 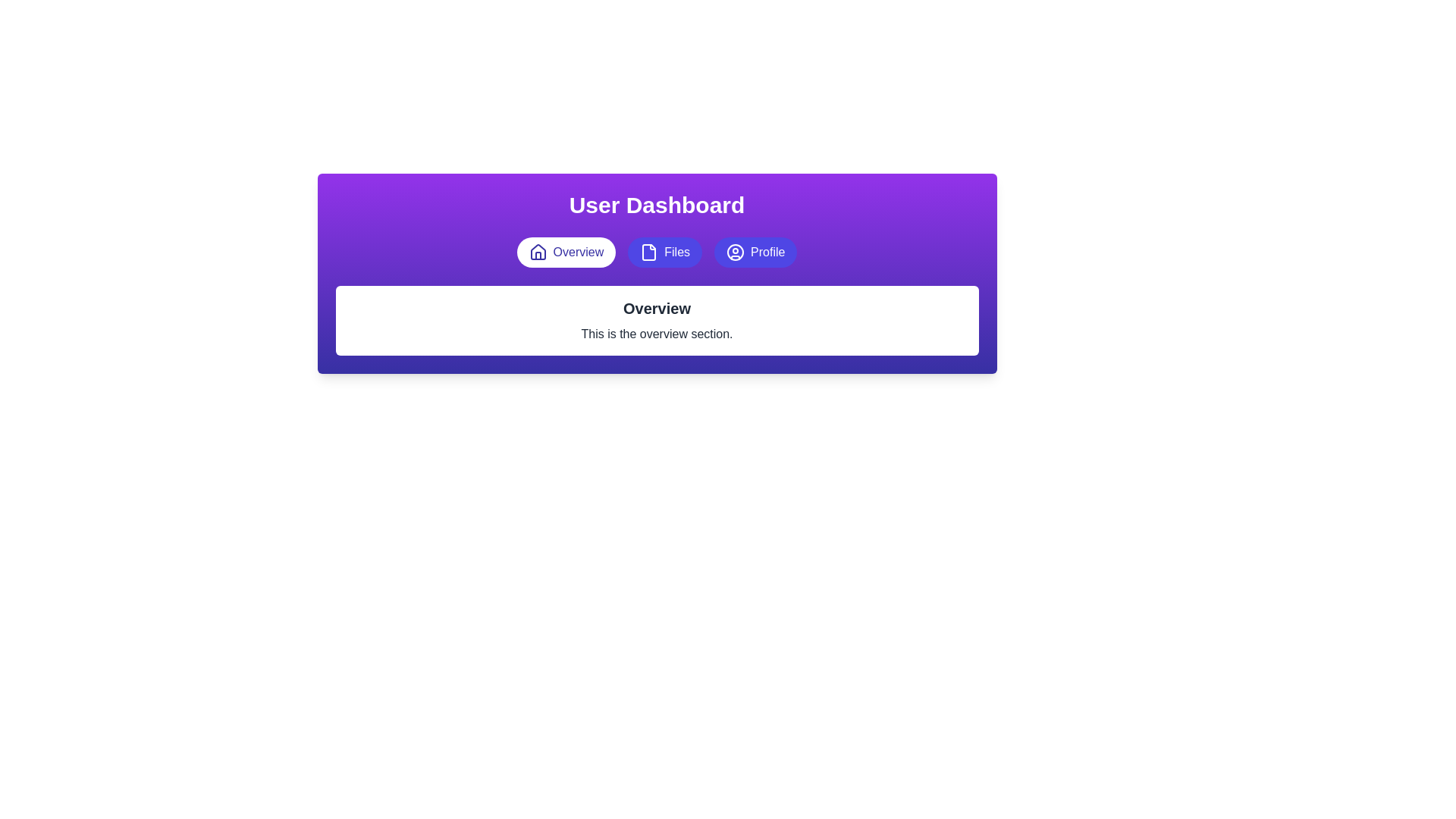 I want to click on the door icon within the house icon, which is part of the 'Overview' button in the header section of the interface, so click(x=538, y=255).